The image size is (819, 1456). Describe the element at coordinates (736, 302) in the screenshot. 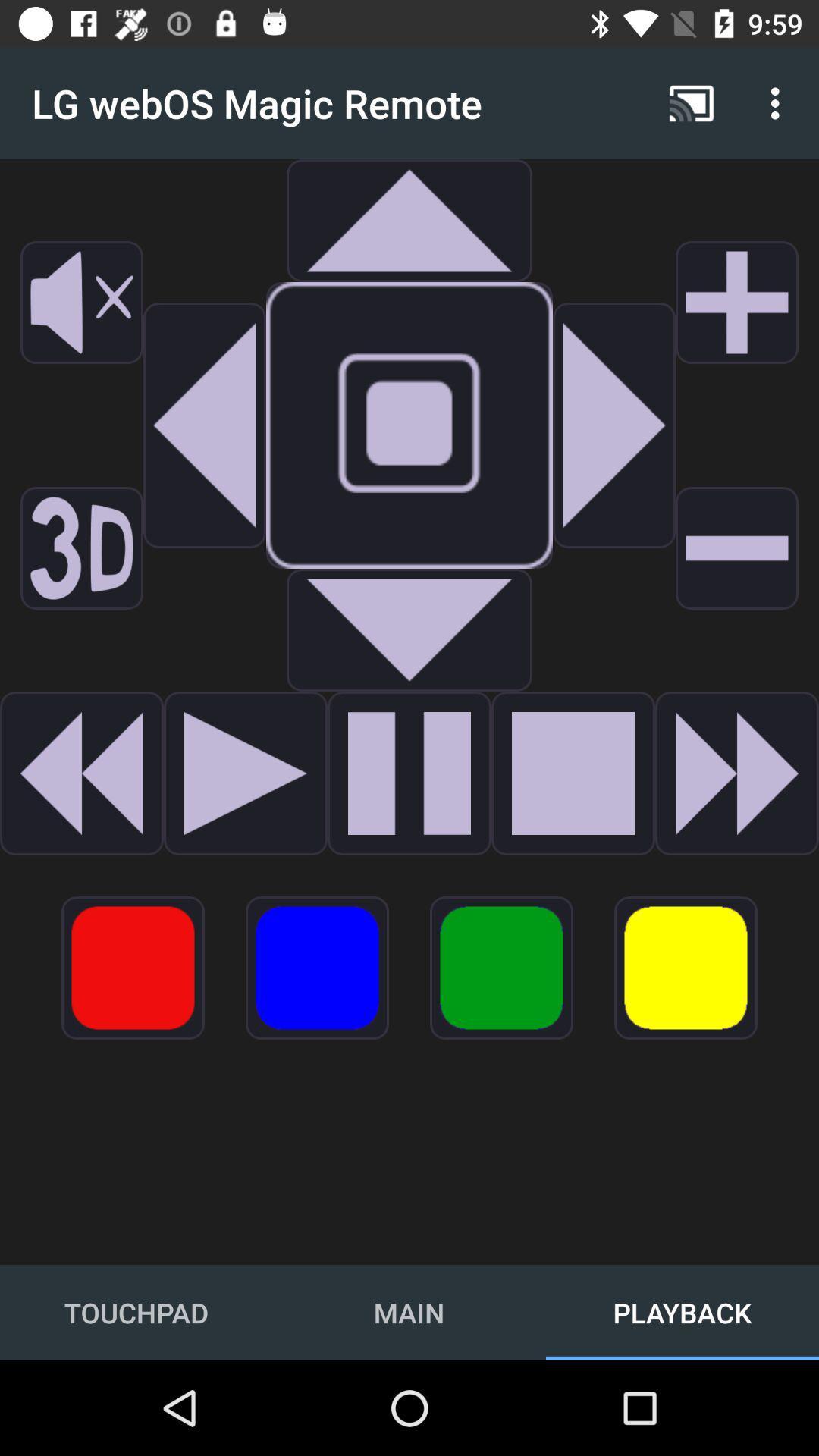

I see `channel up` at that location.